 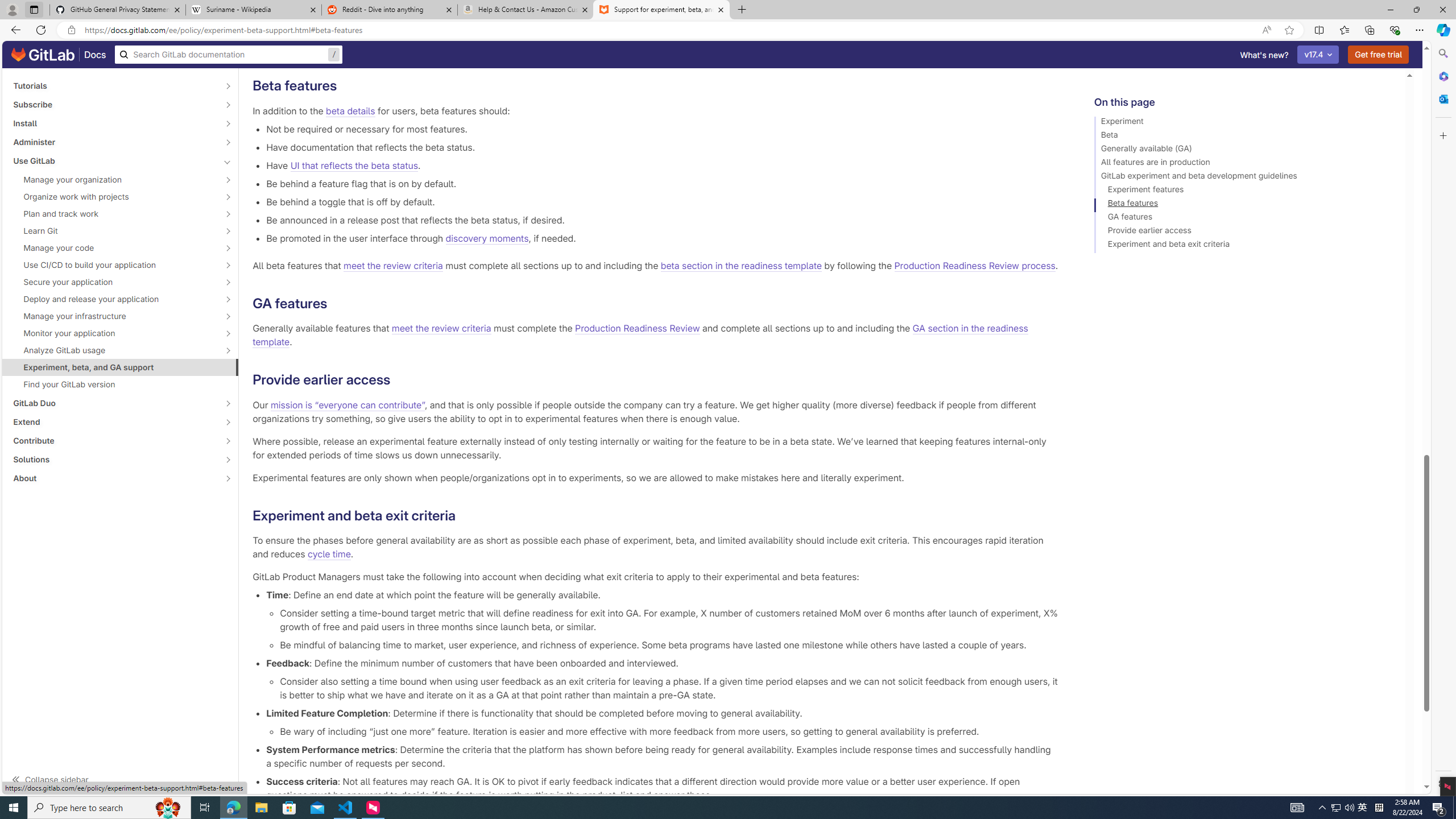 What do you see at coordinates (1379, 54) in the screenshot?
I see `'Get free trial'` at bounding box center [1379, 54].